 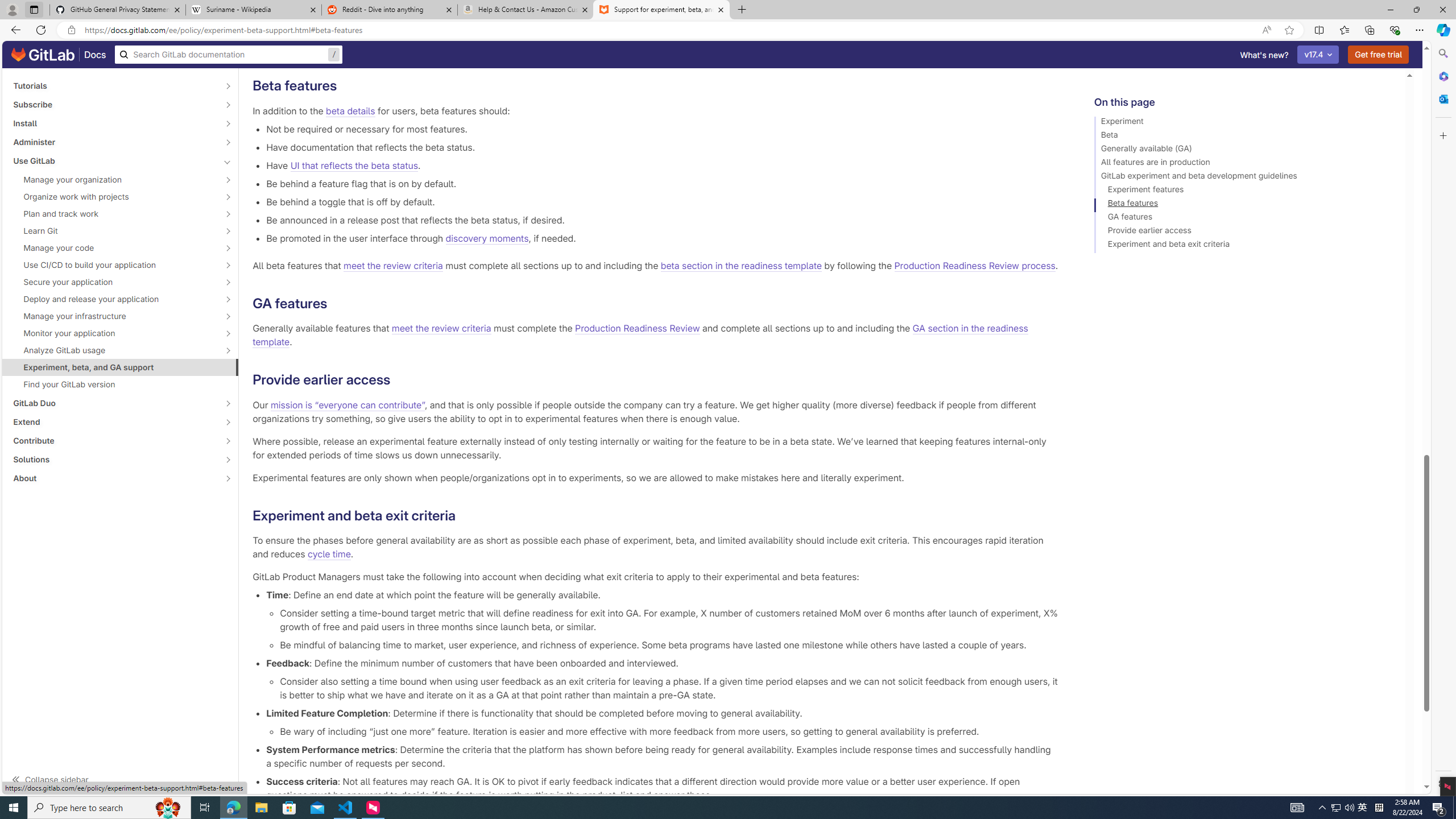 What do you see at coordinates (1379, 54) in the screenshot?
I see `'Get free trial'` at bounding box center [1379, 54].